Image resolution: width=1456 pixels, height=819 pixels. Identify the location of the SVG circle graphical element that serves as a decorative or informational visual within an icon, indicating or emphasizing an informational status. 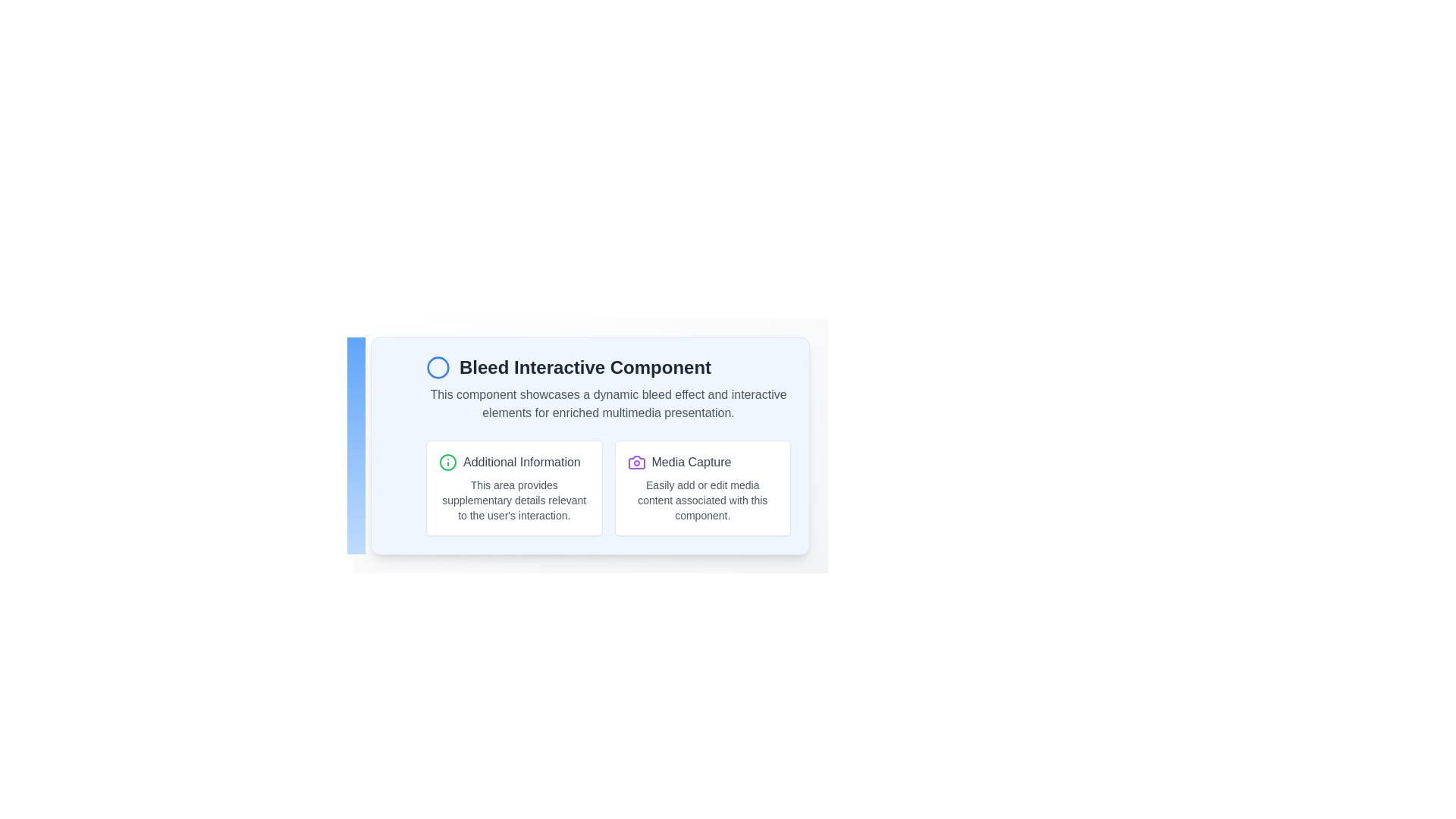
(447, 461).